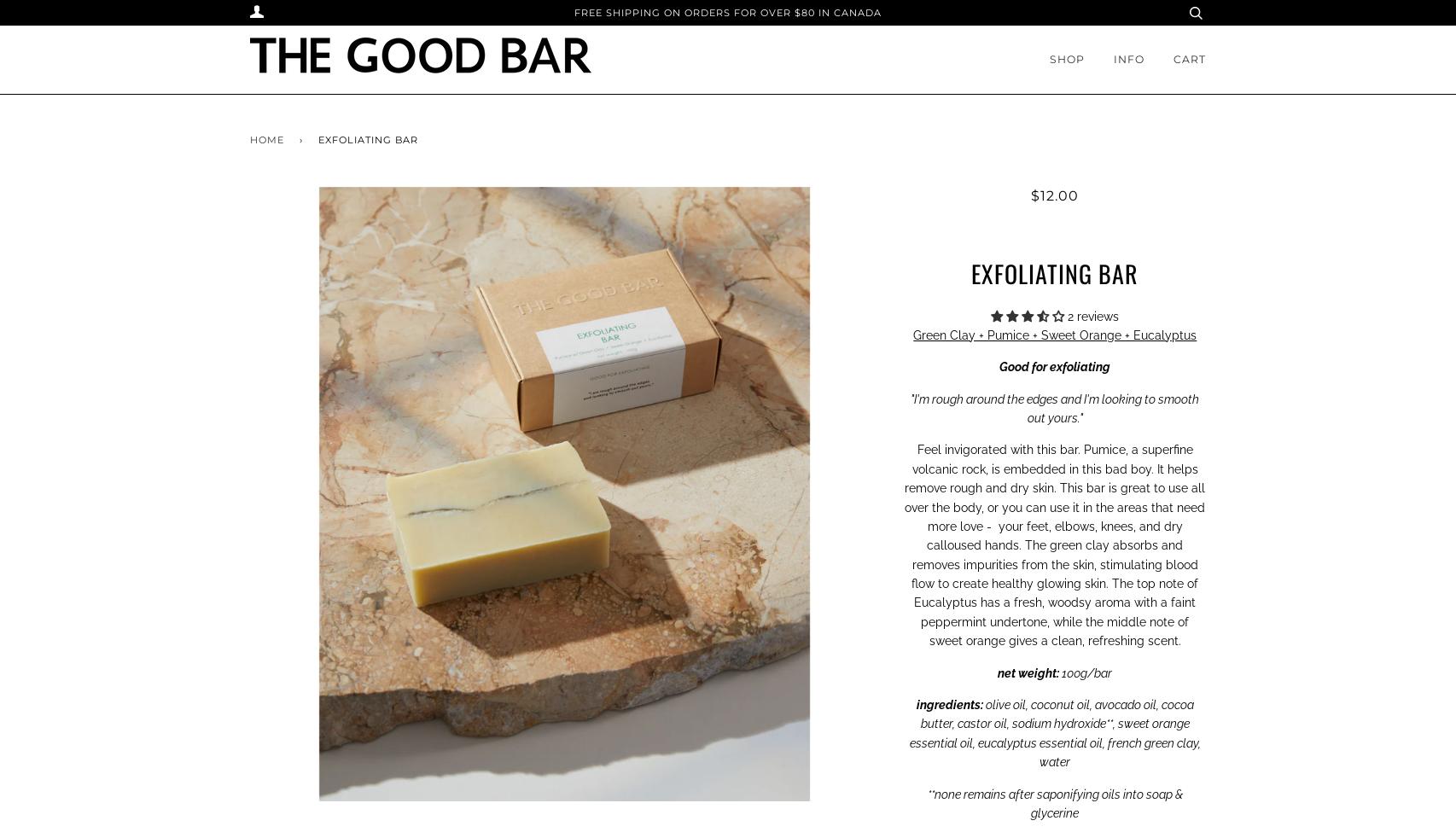 The image size is (1456, 838). Describe the element at coordinates (1188, 58) in the screenshot. I see `'Cart'` at that location.